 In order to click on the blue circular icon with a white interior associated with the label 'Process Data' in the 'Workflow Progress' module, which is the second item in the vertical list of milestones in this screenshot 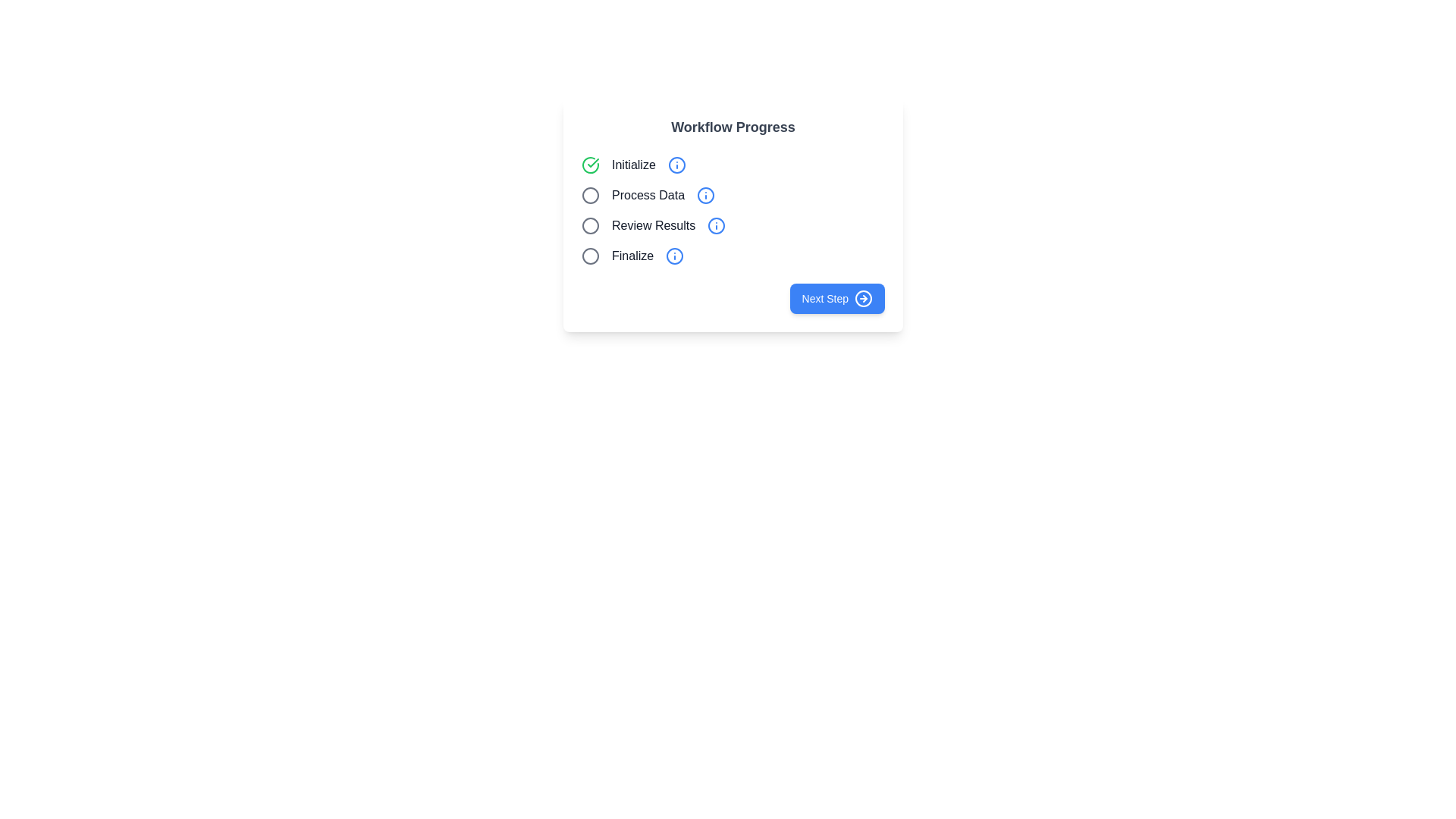, I will do `click(705, 195)`.